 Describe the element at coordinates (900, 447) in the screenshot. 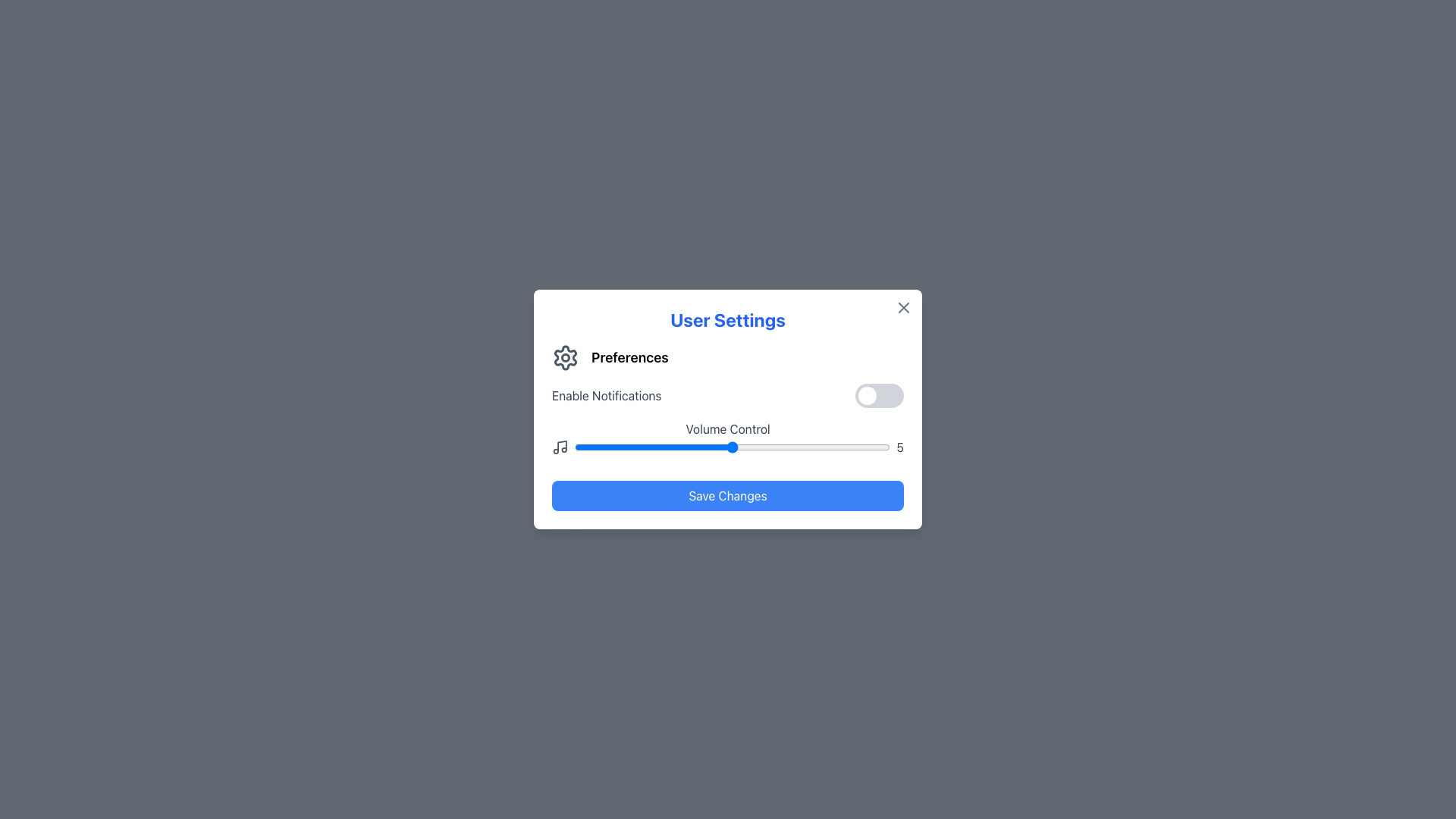

I see `the small gray text label displaying the number '5', which is positioned next to the volume control slider in the bottom right of the interface` at that location.